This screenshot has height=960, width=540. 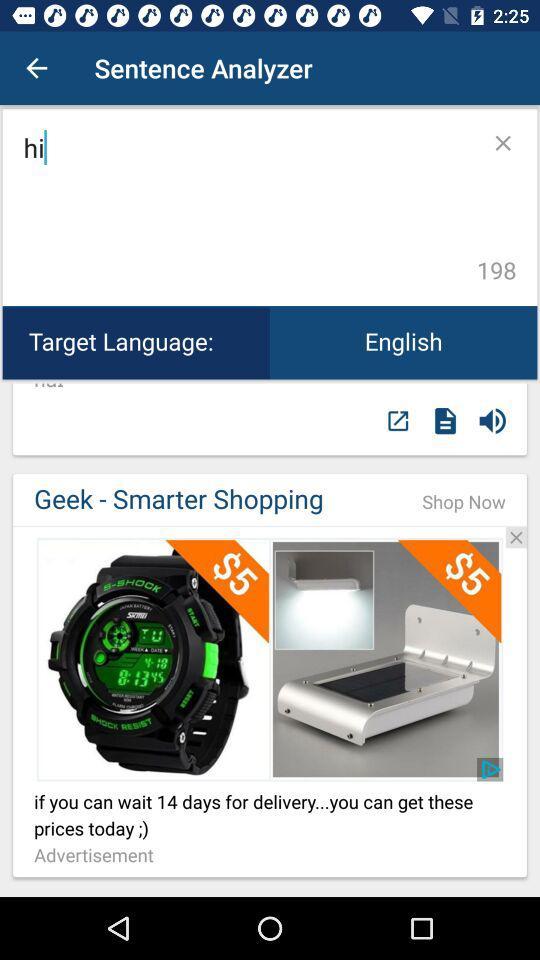 I want to click on the icon to the right of the geek - smarter shopping, so click(x=464, y=501).